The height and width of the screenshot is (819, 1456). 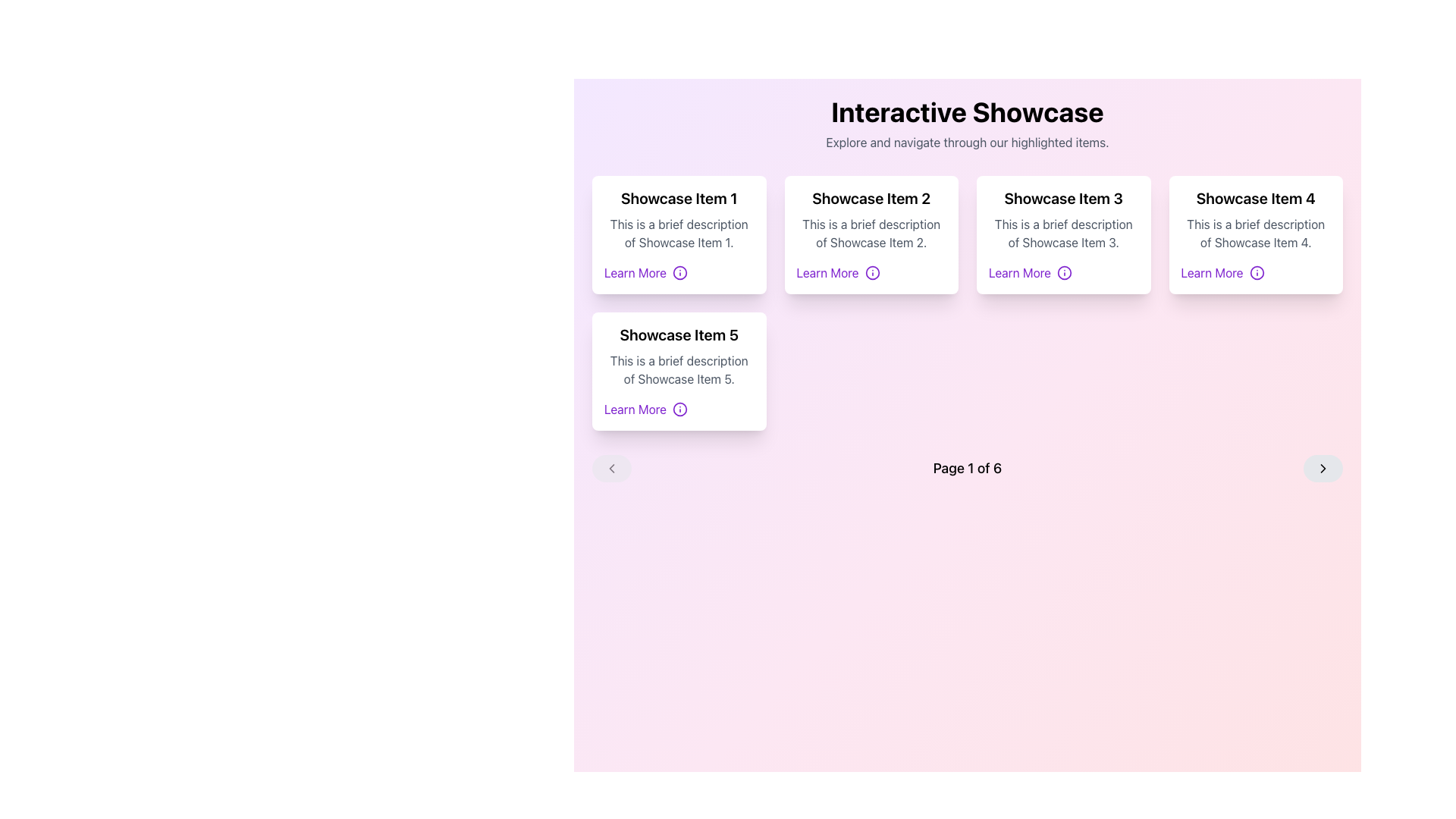 I want to click on paragraph of text styled in gray color located below the heading 'Showcase Item 4' in the fourth card of the grid layout, so click(x=1256, y=234).